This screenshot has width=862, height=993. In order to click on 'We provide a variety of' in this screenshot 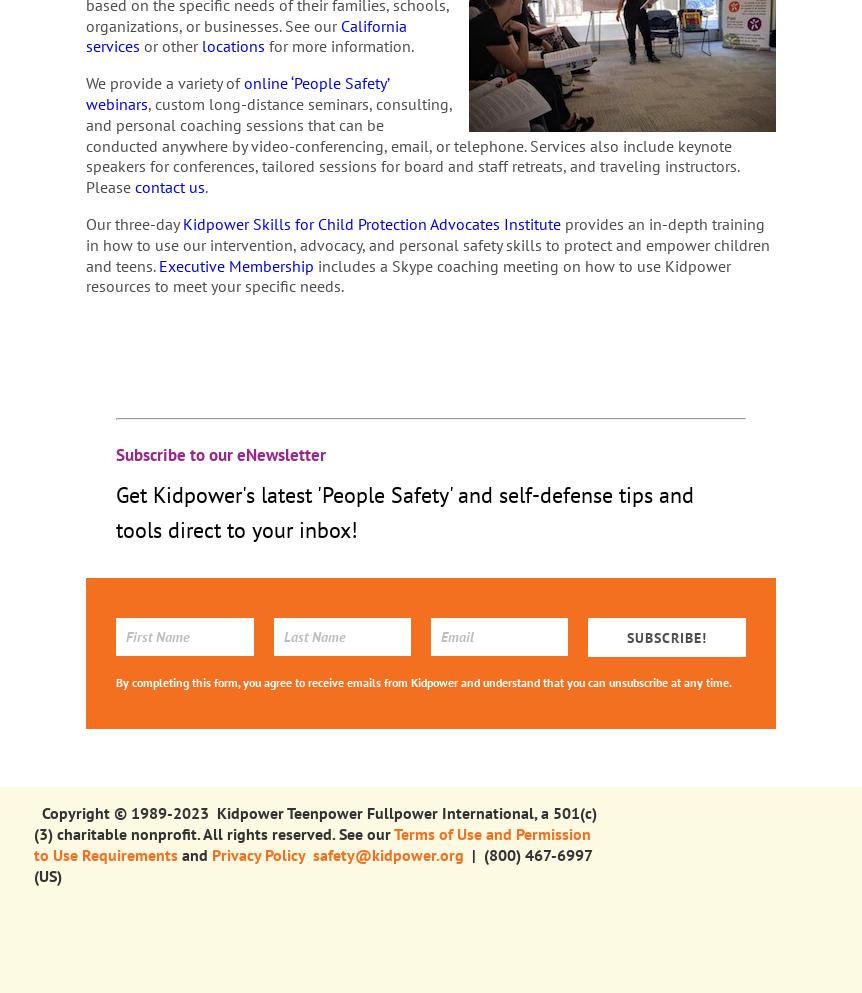, I will do `click(164, 82)`.